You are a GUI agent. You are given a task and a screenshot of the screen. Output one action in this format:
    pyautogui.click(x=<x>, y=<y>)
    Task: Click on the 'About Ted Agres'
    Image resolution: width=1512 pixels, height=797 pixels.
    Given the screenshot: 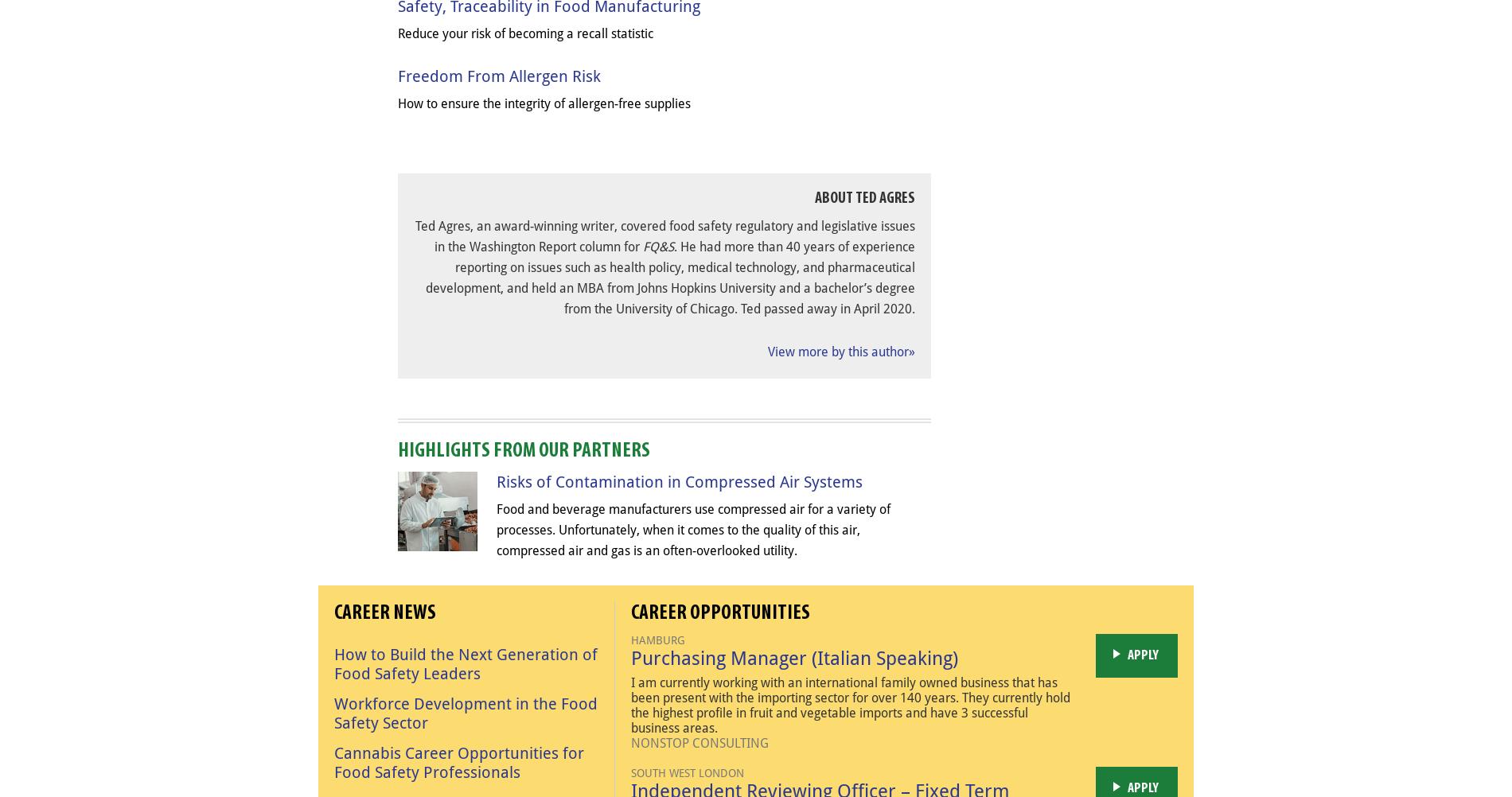 What is the action you would take?
    pyautogui.click(x=864, y=198)
    